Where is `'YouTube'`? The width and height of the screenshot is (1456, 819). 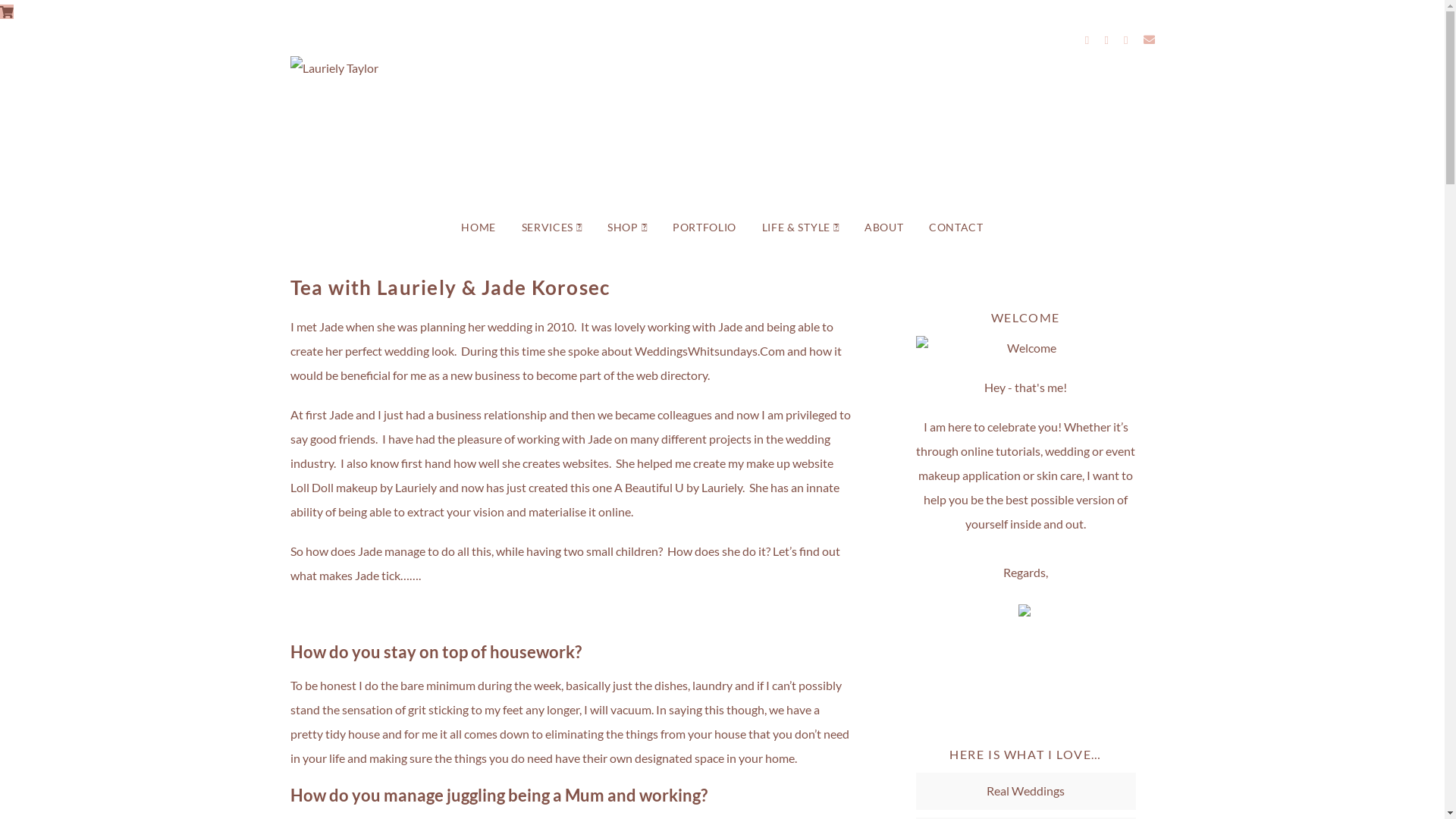
'YouTube' is located at coordinates (1125, 39).